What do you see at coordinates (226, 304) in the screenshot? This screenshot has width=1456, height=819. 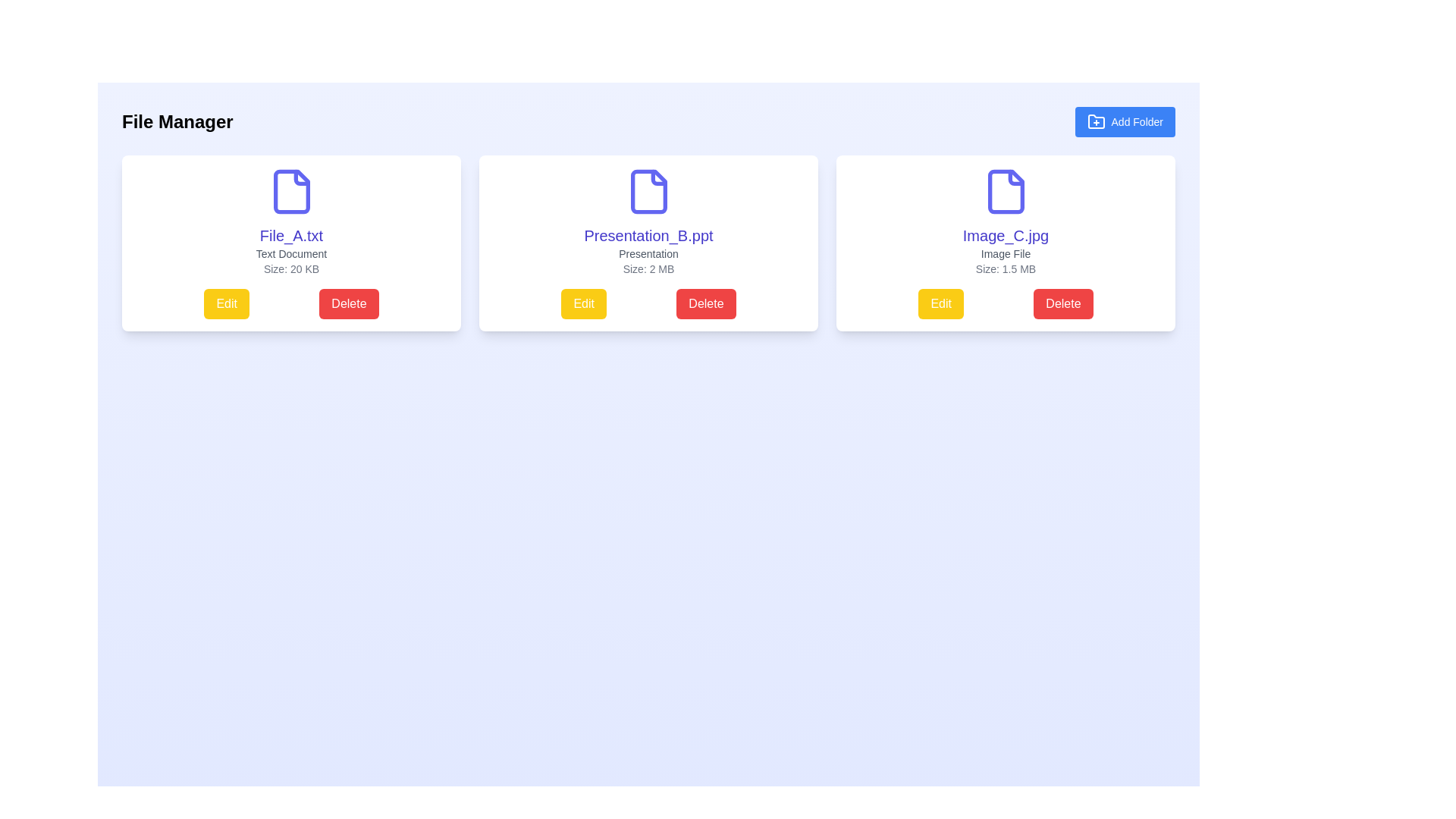 I see `the yellow 'Edit' button with rounded corners located in the lower-left section of the 'File_A.txt' card` at bounding box center [226, 304].